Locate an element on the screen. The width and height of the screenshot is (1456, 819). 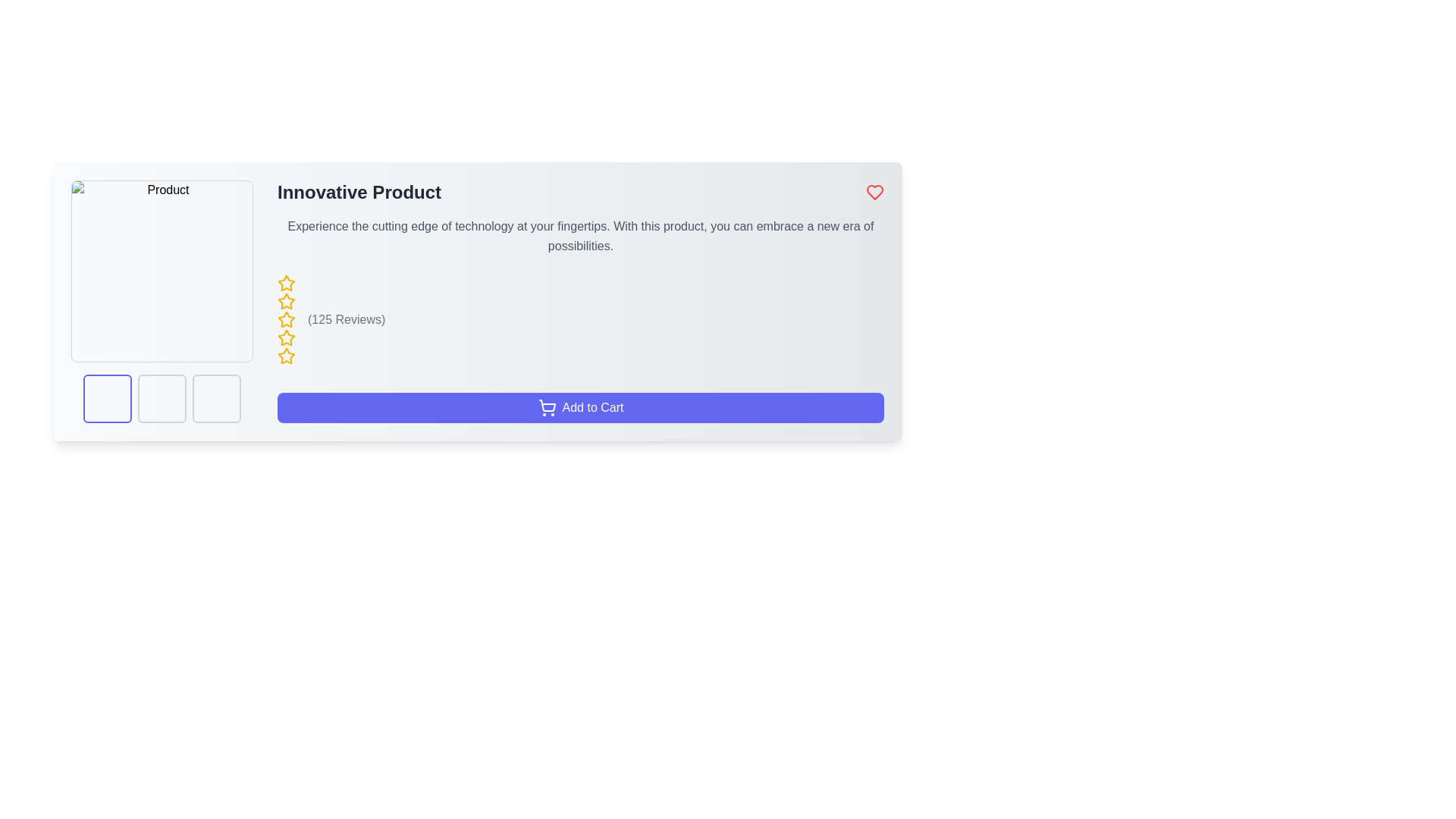
the second star icon in the product rating system, which is located below the first star and above the third star, near the 'Innovative Product' text description is located at coordinates (287, 301).